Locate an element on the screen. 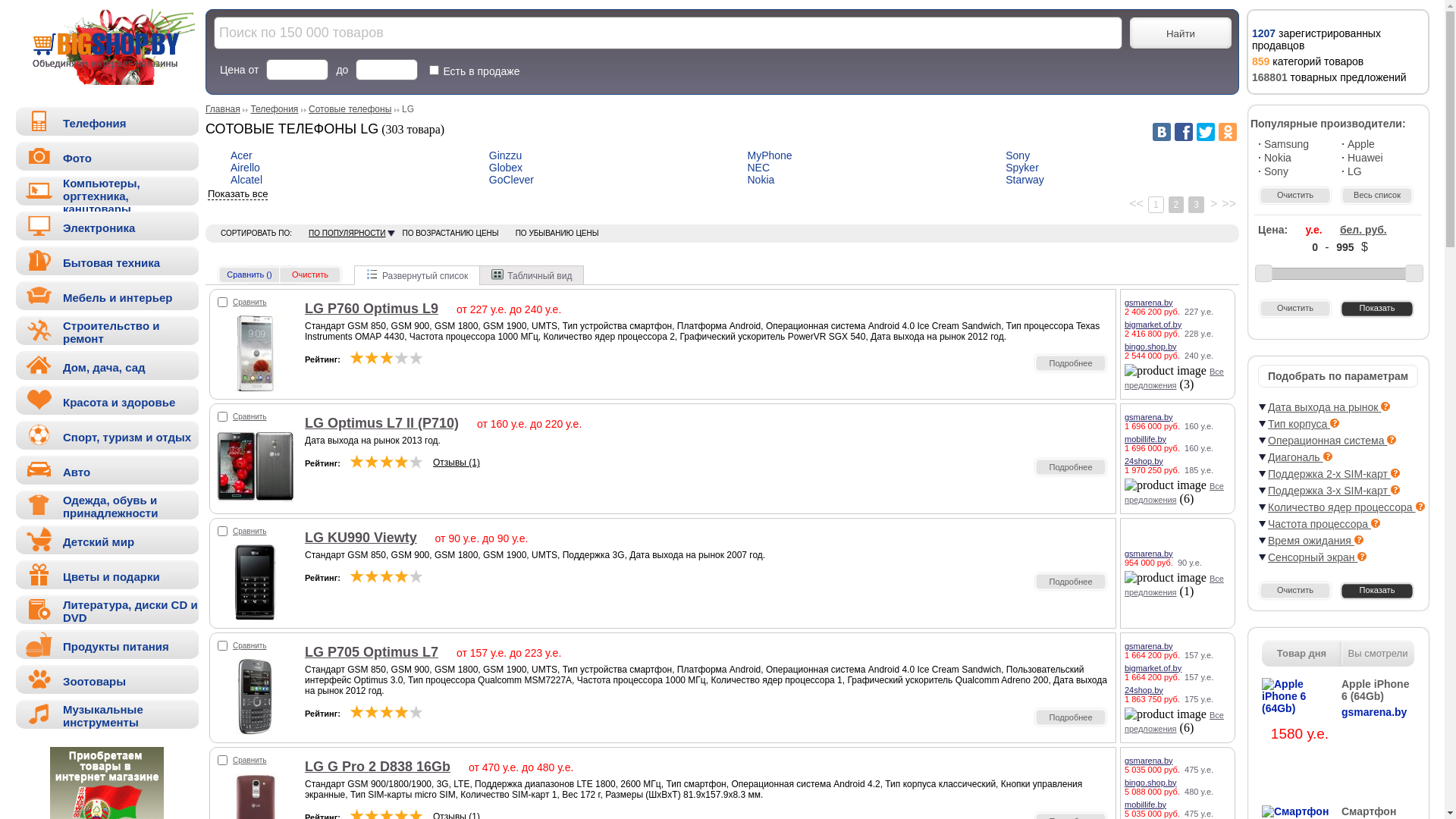  'Alcatel' is located at coordinates (246, 178).